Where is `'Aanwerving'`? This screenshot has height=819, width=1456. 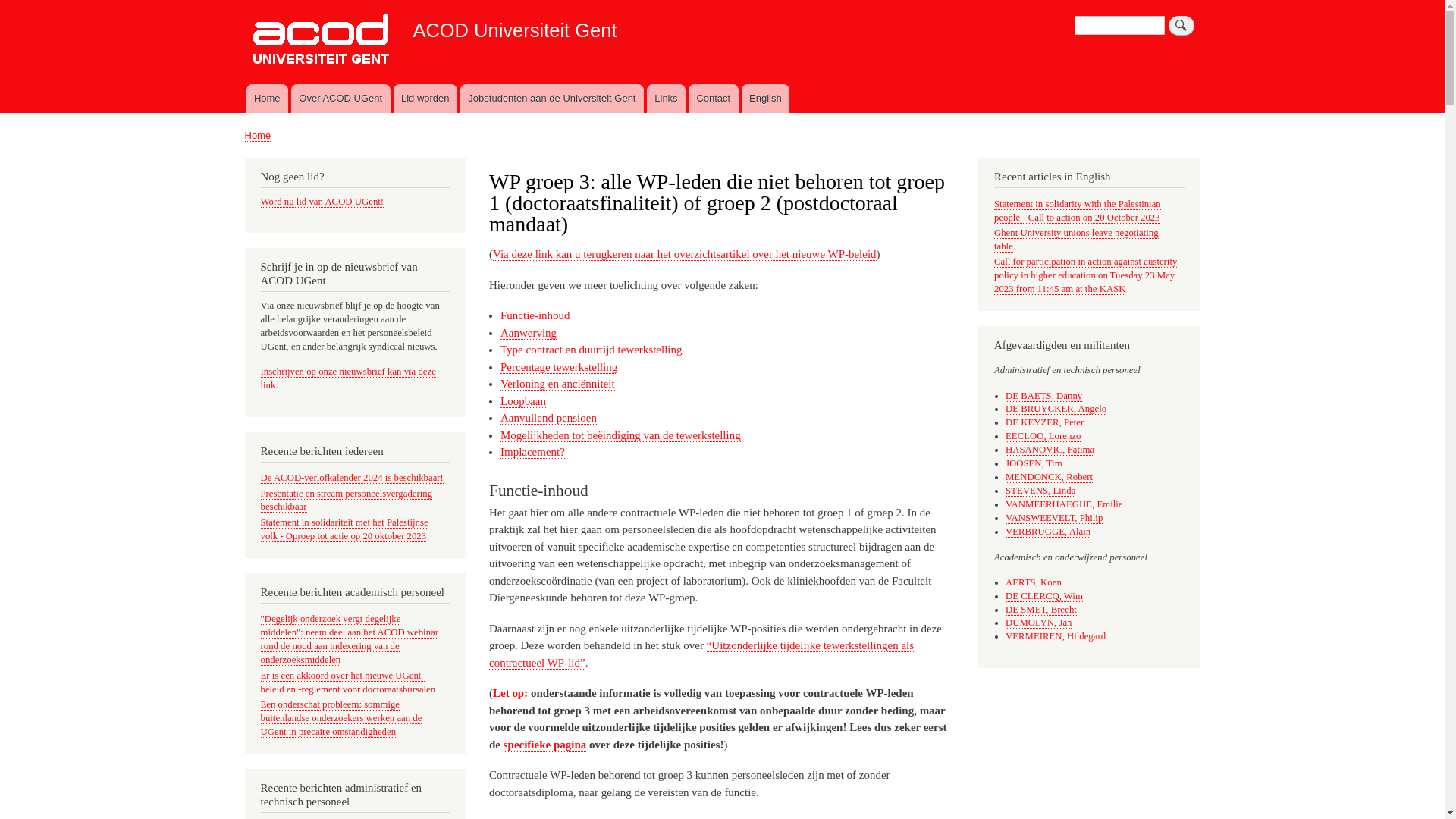 'Aanwerving' is located at coordinates (528, 332).